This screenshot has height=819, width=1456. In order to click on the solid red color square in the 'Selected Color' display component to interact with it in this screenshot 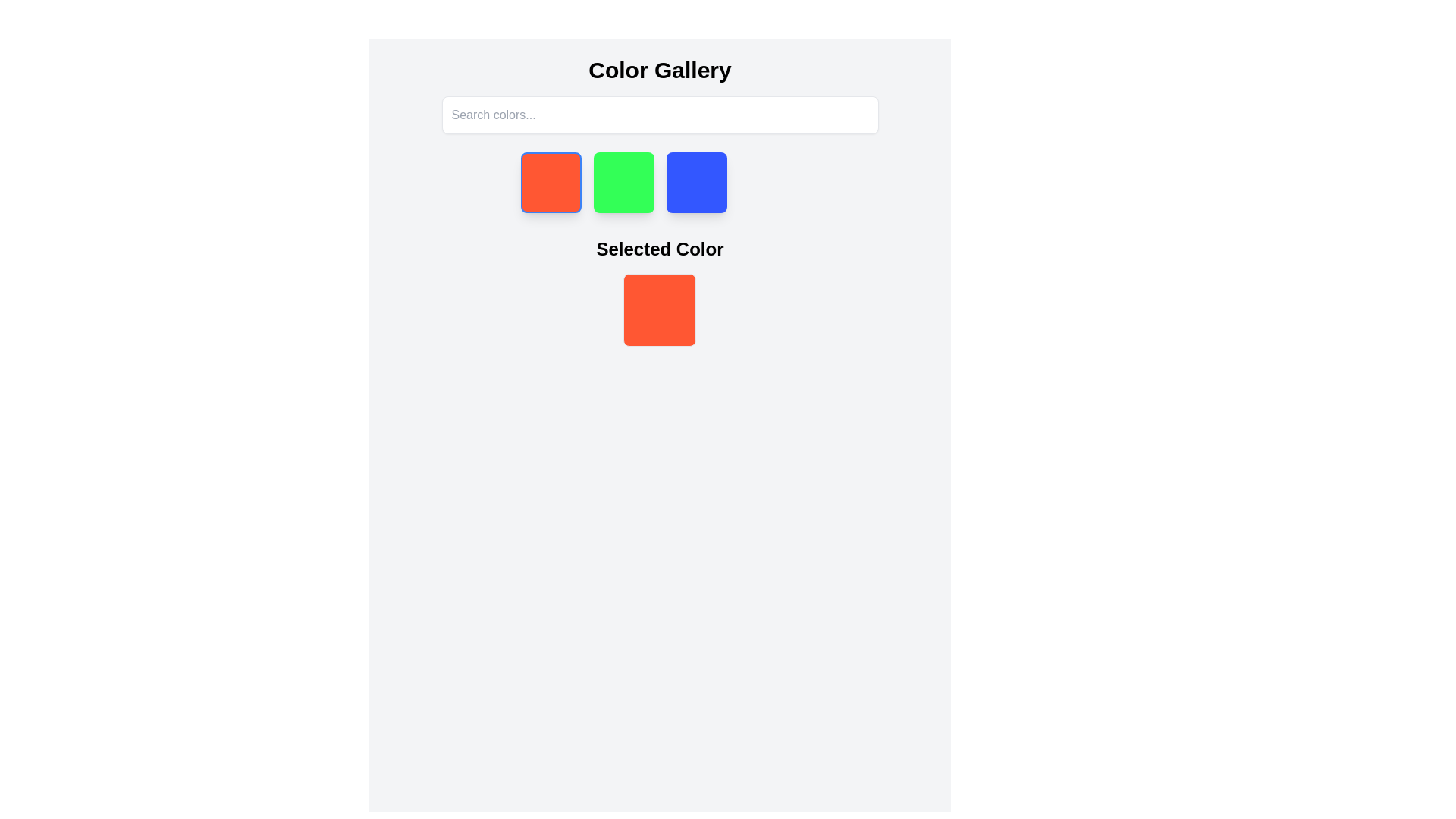, I will do `click(660, 292)`.